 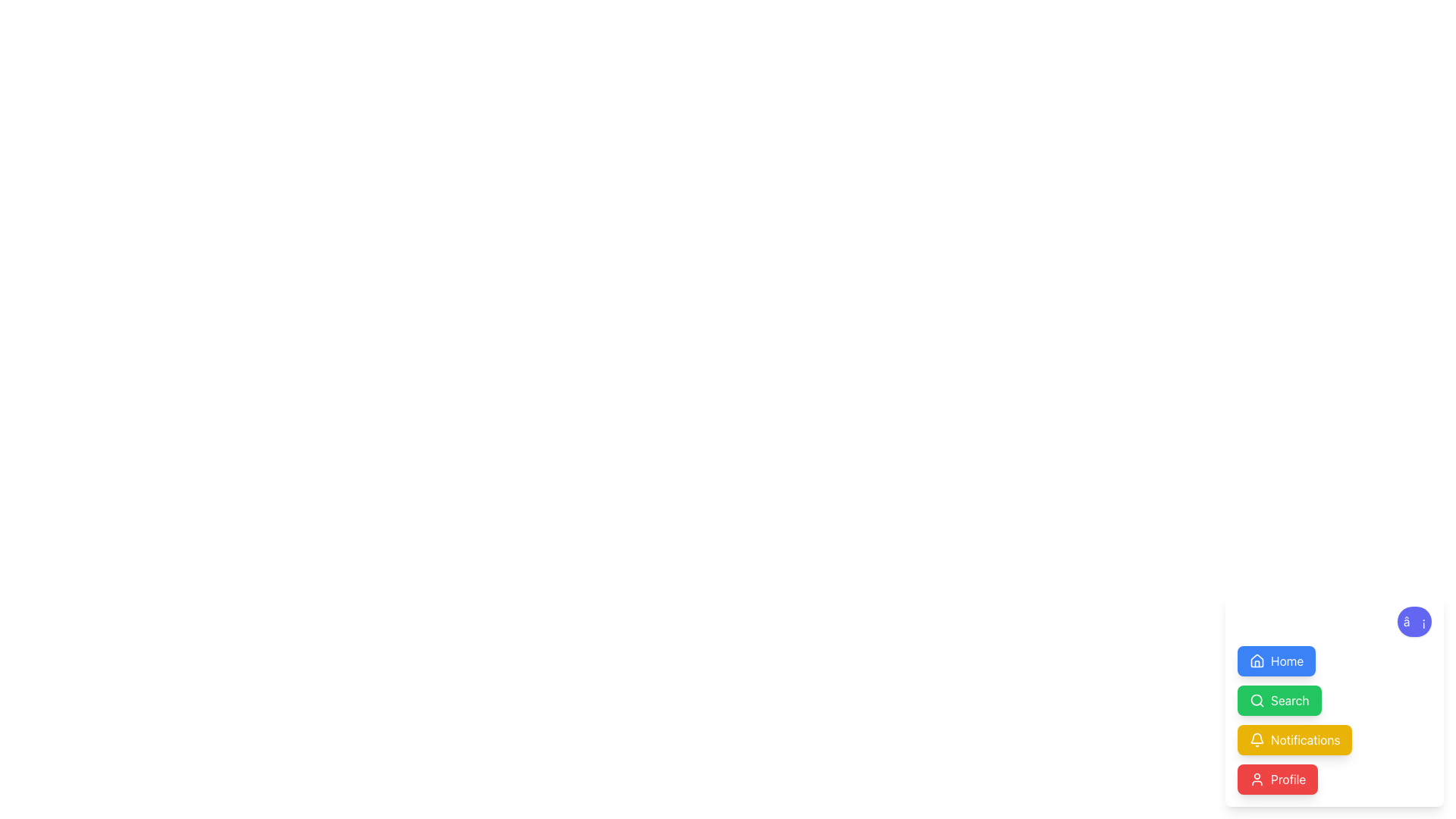 I want to click on the house icon located to the left of the 'Home' text label in the 'Home' button, which is the first button in a vertical list on the right side of the interface, so click(x=1257, y=660).